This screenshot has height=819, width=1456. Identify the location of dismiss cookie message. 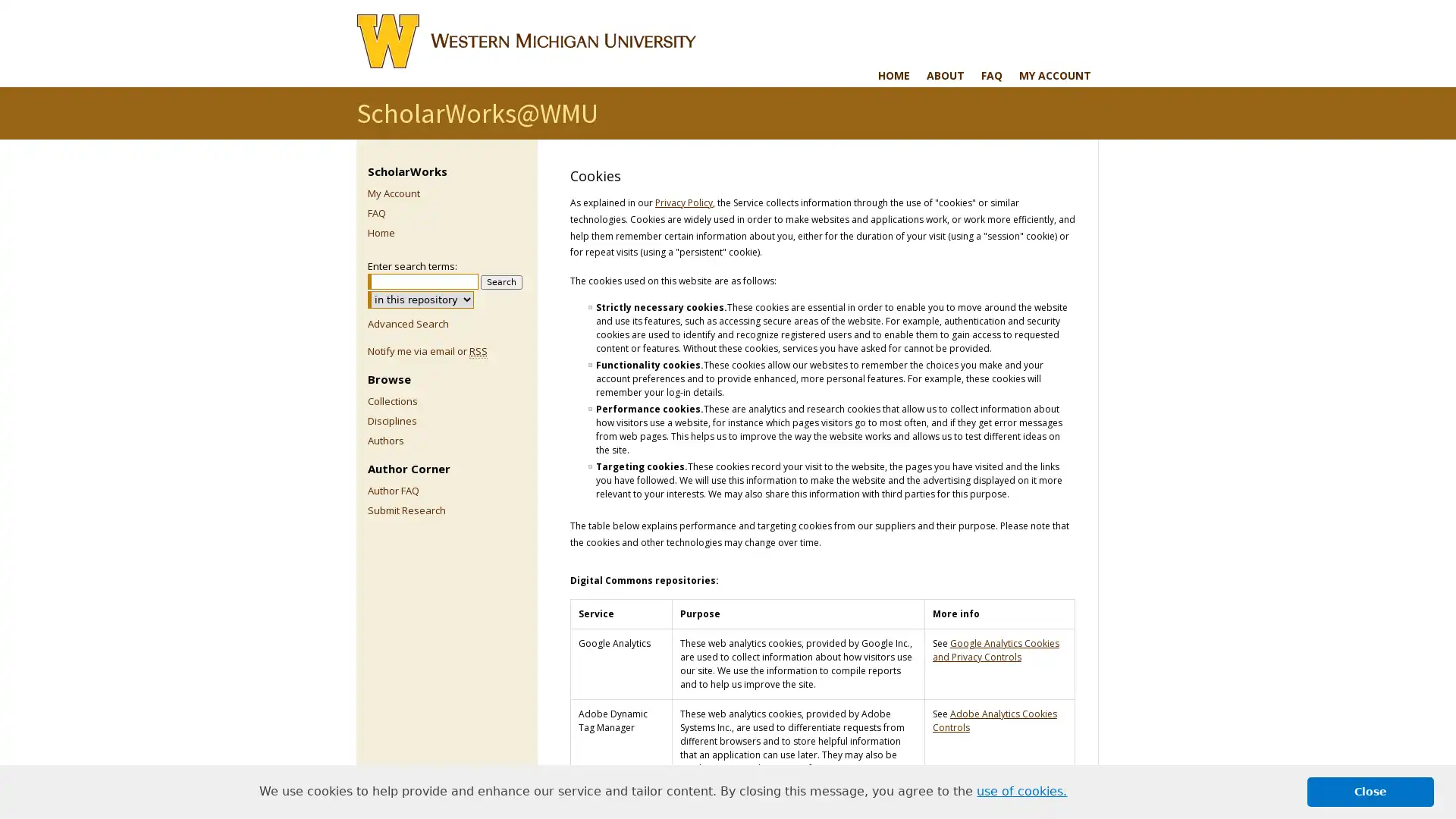
(1370, 791).